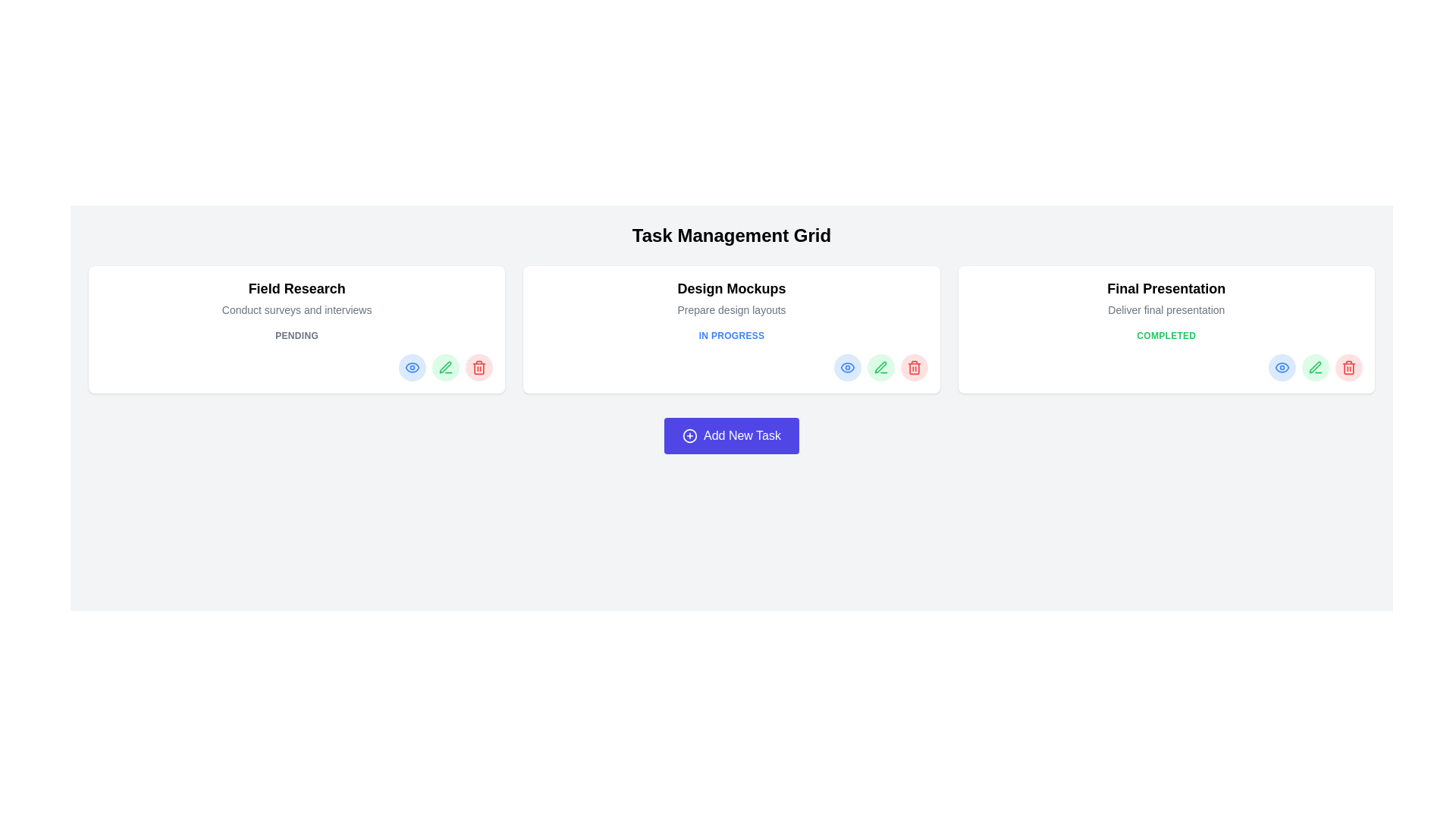 The image size is (1456, 819). I want to click on the edit button for the 'Design Mockups' task, so click(880, 368).